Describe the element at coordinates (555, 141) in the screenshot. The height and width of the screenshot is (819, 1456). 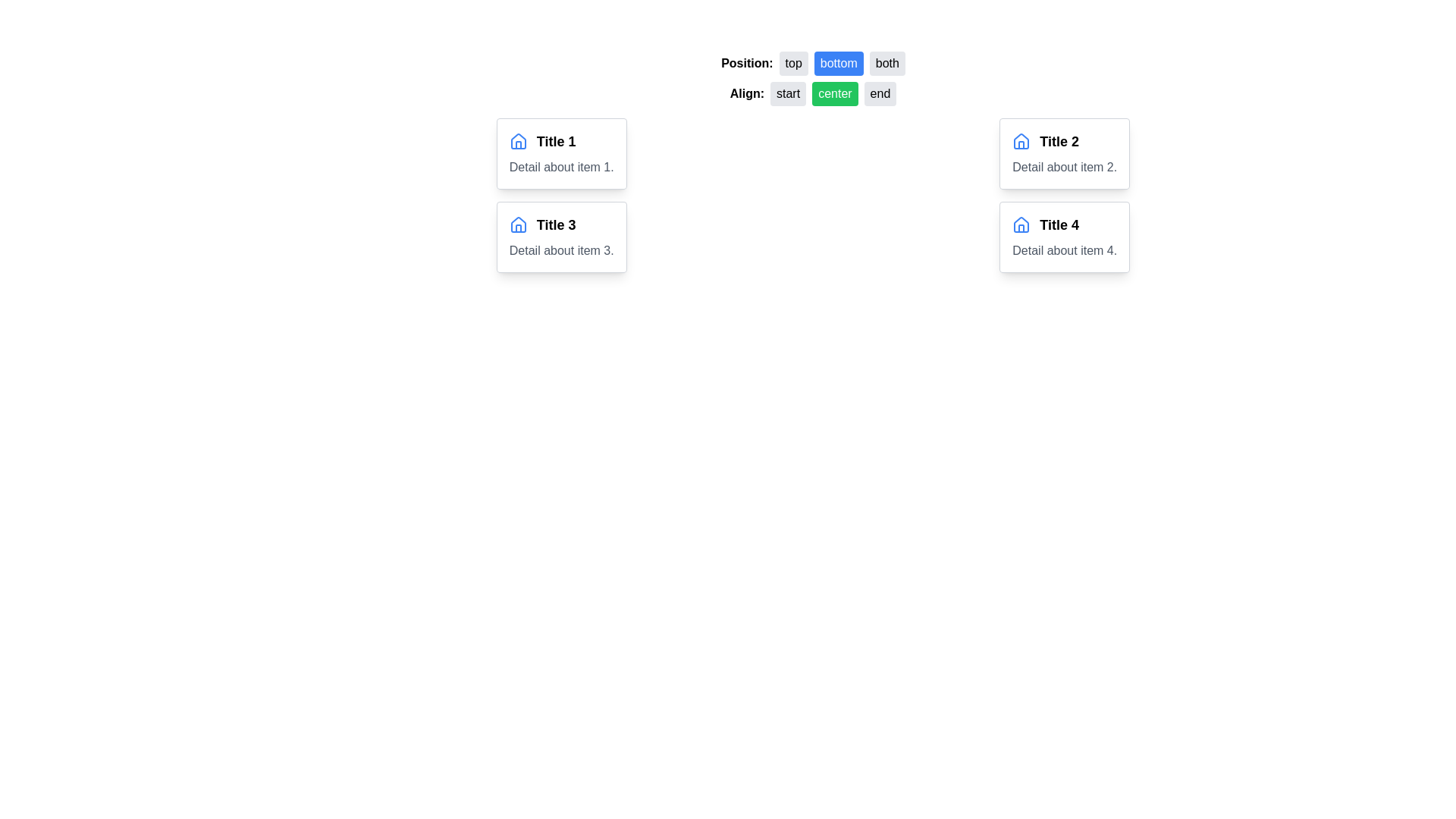
I see `text label that serves as the title for the first card in the vertical list, positioned to the left of a house icon` at that location.